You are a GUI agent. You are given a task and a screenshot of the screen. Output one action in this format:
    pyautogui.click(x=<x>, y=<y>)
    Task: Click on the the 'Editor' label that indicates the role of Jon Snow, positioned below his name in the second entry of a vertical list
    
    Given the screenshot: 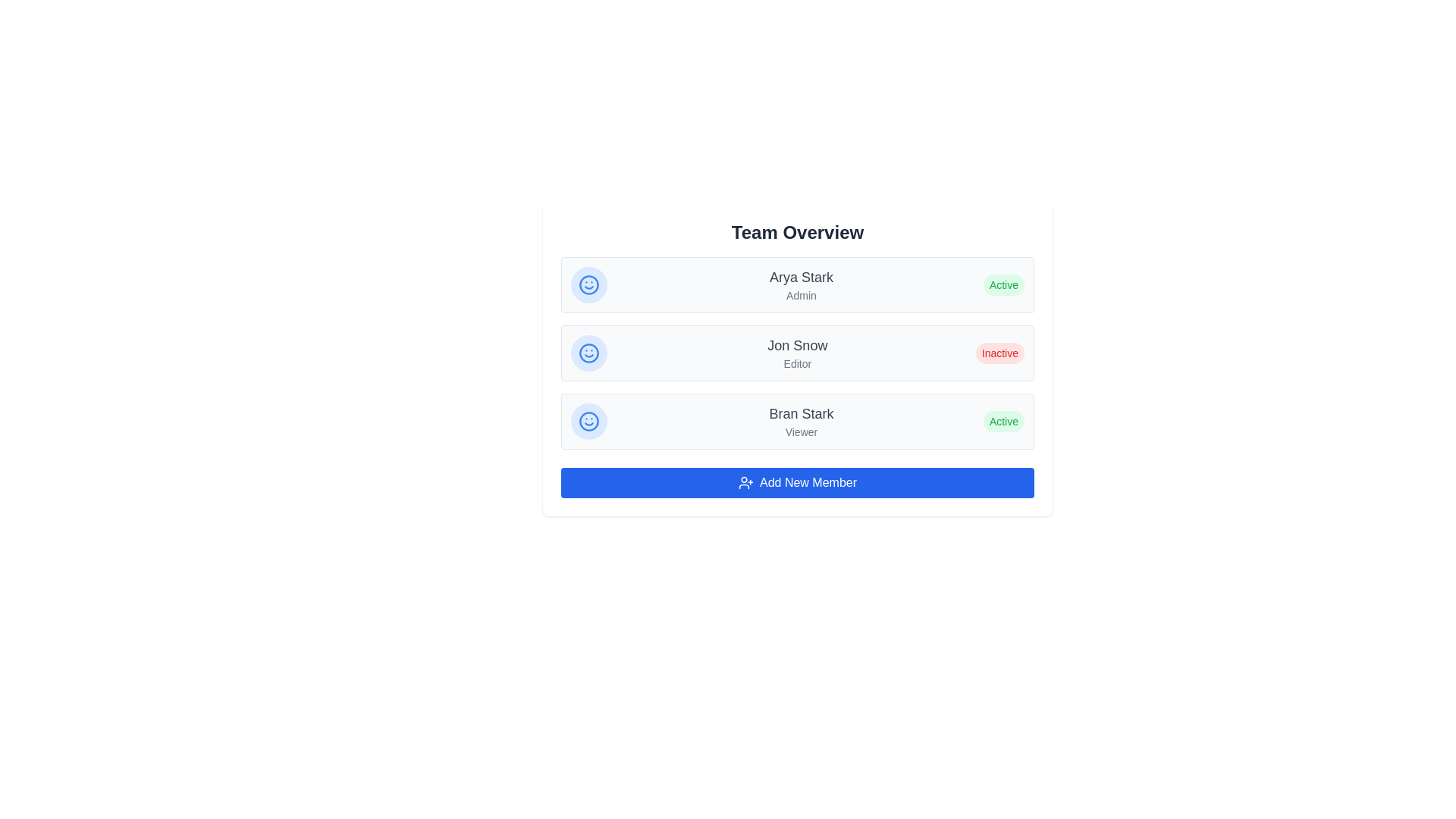 What is the action you would take?
    pyautogui.click(x=796, y=363)
    